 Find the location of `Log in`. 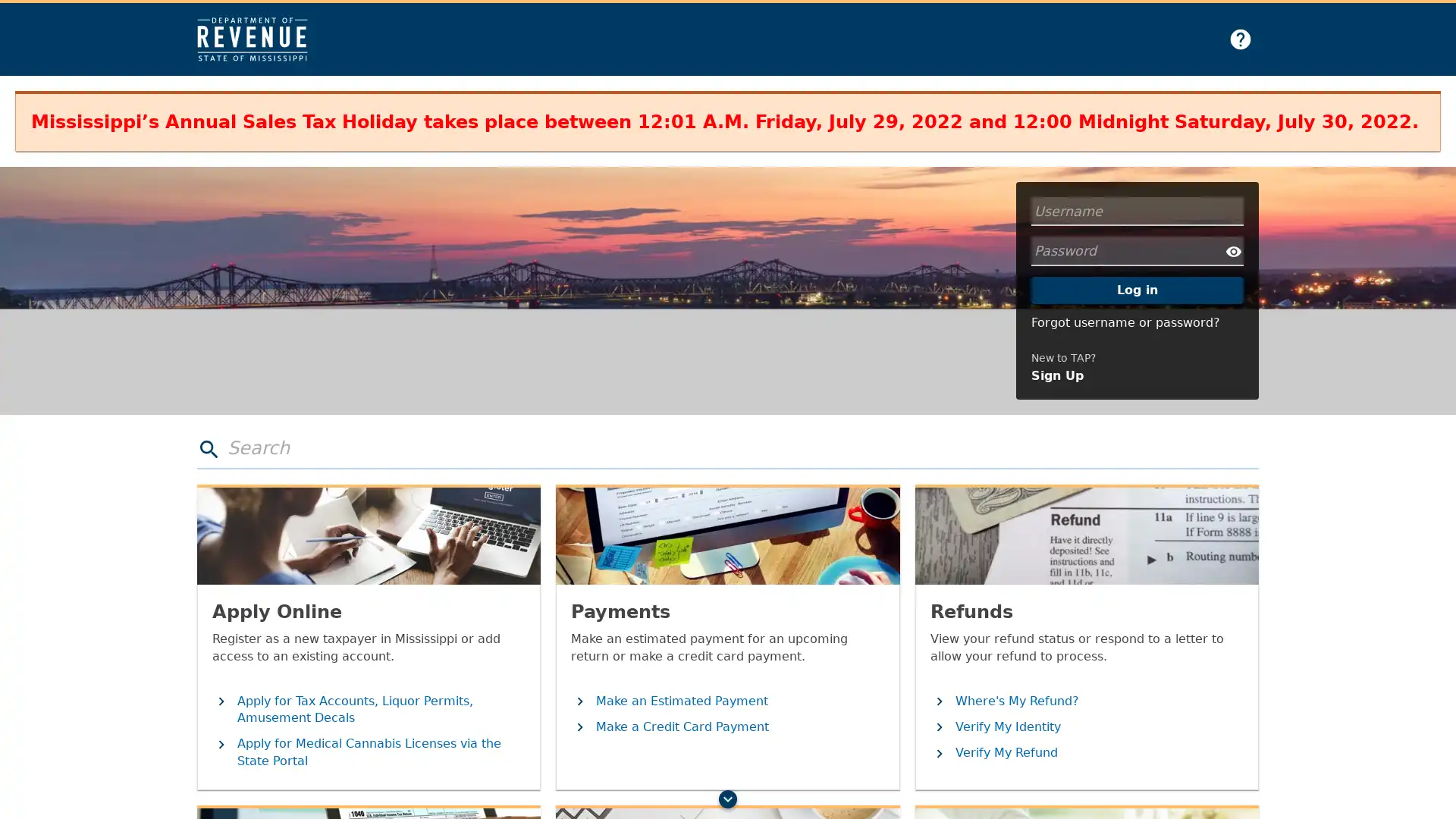

Log in is located at coordinates (1137, 290).